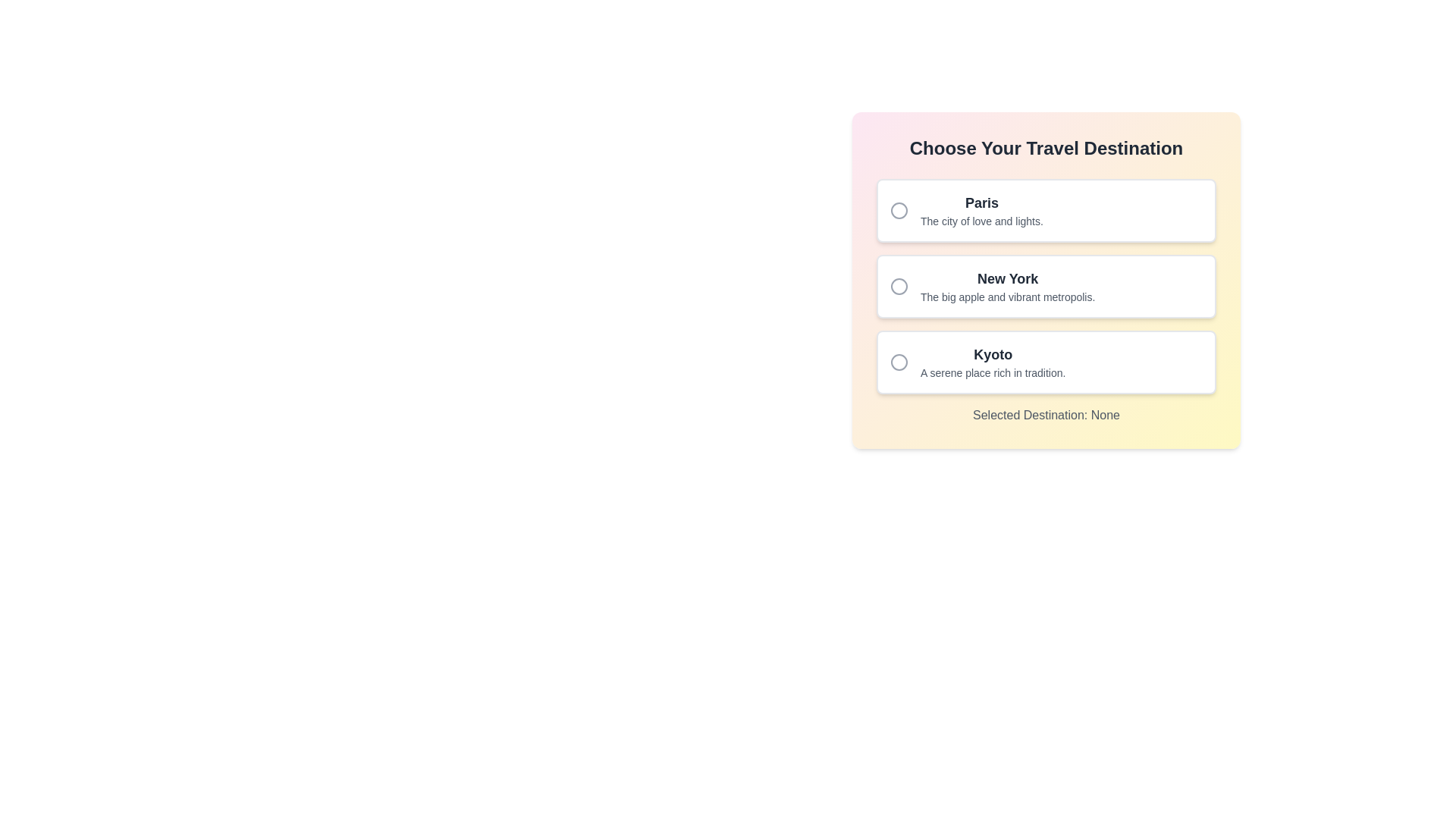 This screenshot has height=819, width=1456. I want to click on the list of travel destinations styled as radio buttons, so click(1046, 301).